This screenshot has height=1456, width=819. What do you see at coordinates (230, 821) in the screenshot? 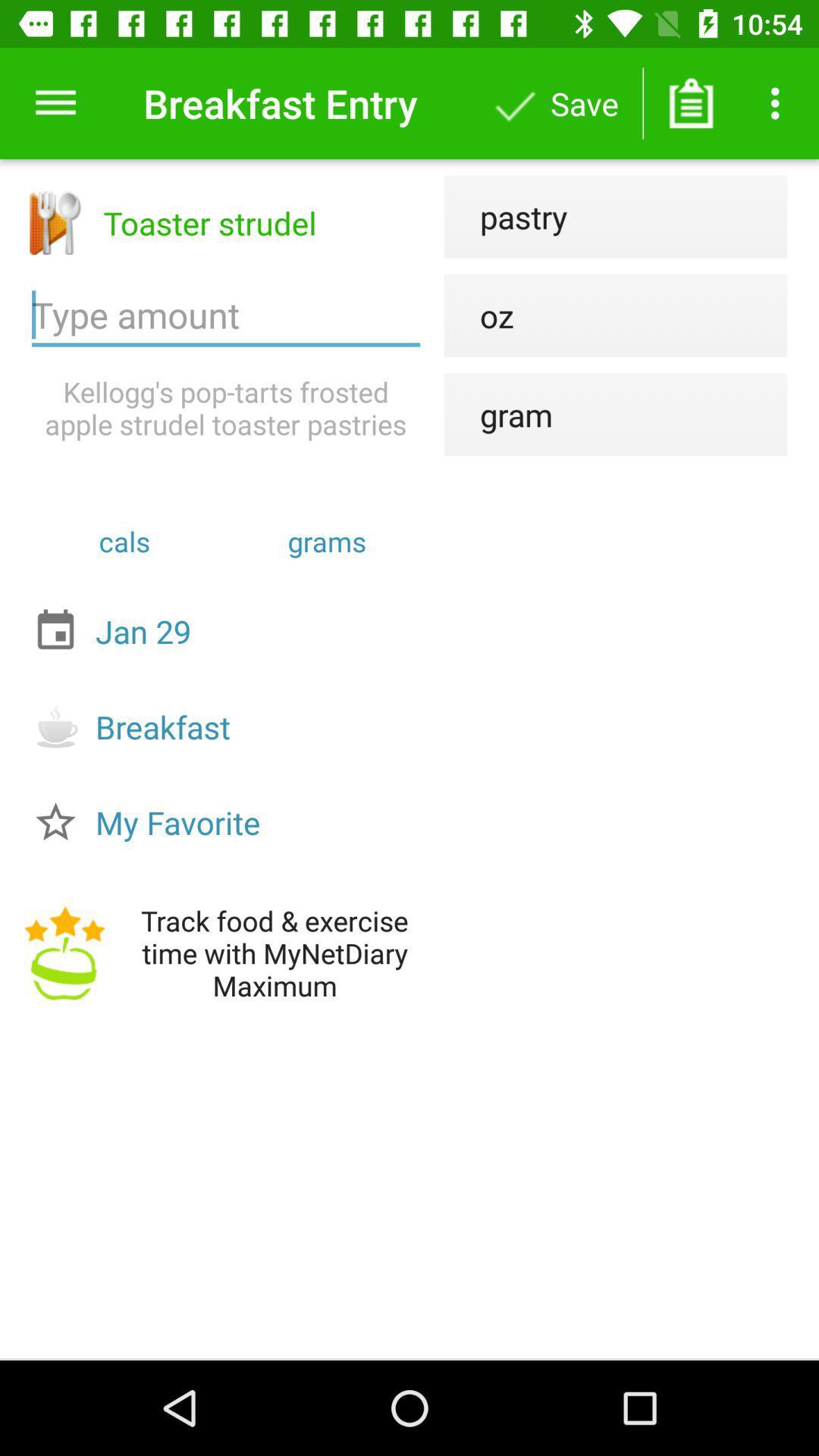
I see `icon below breakfast icon` at bounding box center [230, 821].